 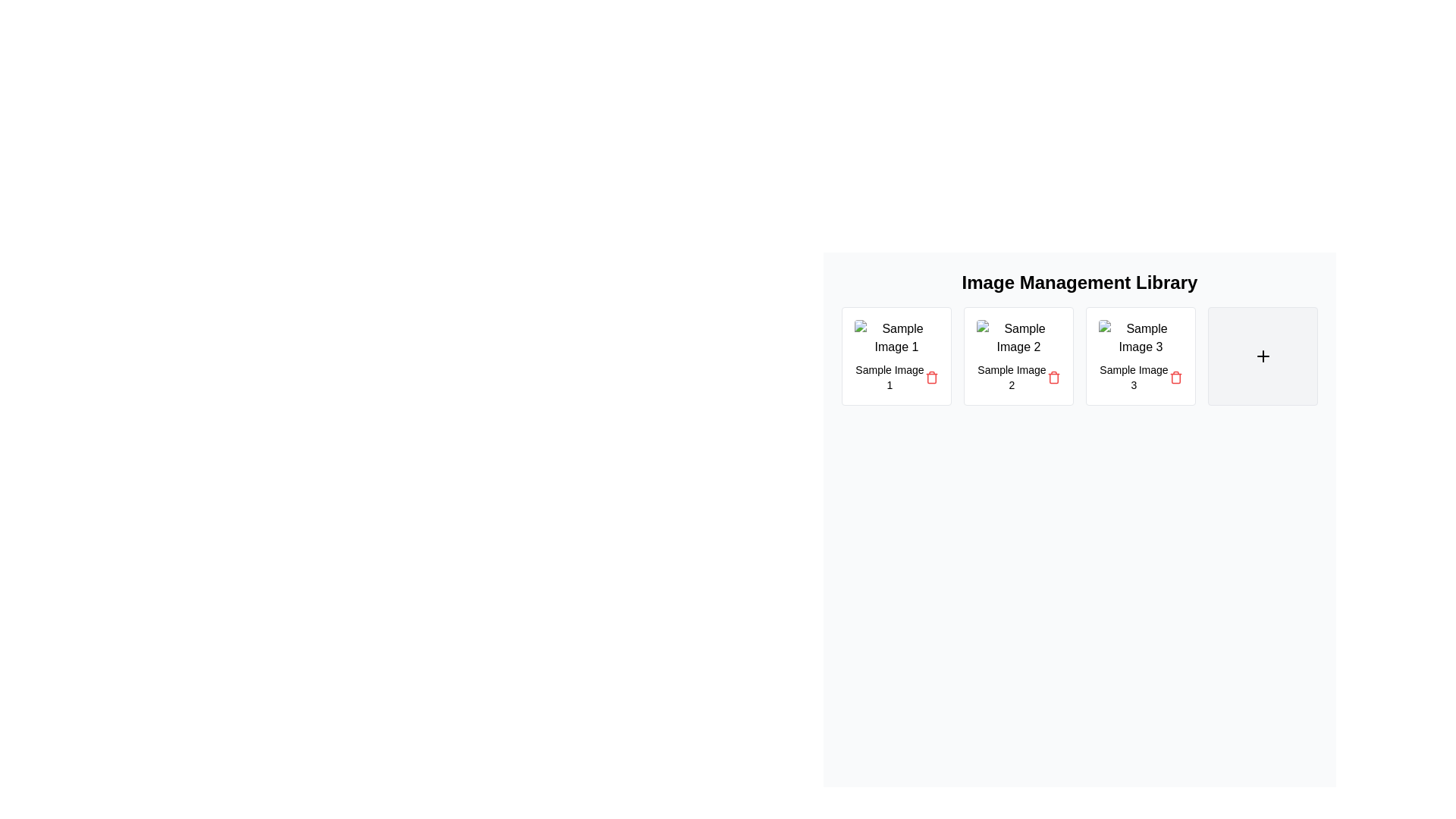 I want to click on the image card located in the second position of the grid layout within the 'Image Management Library', so click(x=1018, y=356).